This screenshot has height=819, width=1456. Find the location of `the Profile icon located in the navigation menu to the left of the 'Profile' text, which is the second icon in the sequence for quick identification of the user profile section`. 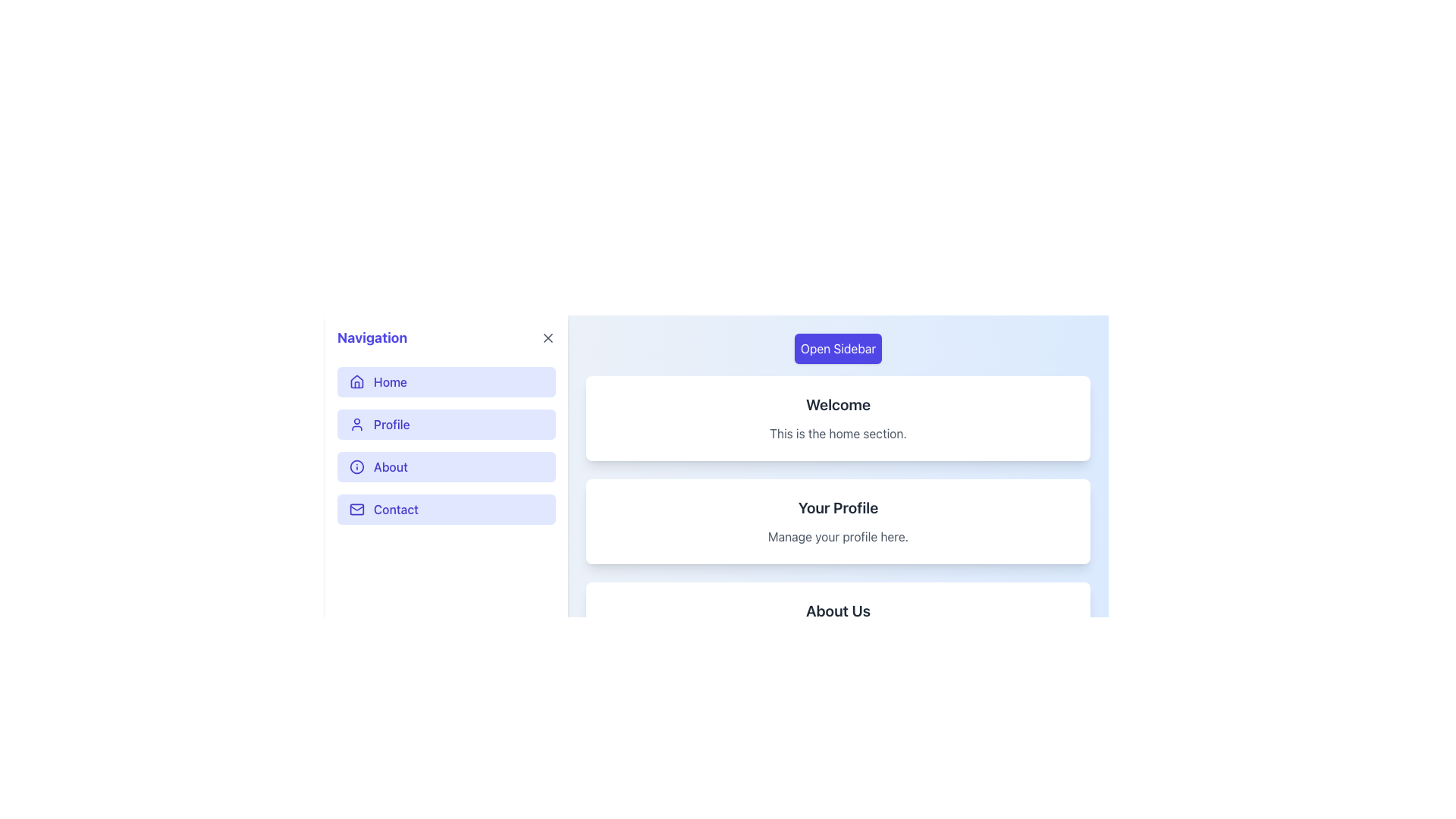

the Profile icon located in the navigation menu to the left of the 'Profile' text, which is the second icon in the sequence for quick identification of the user profile section is located at coordinates (356, 424).